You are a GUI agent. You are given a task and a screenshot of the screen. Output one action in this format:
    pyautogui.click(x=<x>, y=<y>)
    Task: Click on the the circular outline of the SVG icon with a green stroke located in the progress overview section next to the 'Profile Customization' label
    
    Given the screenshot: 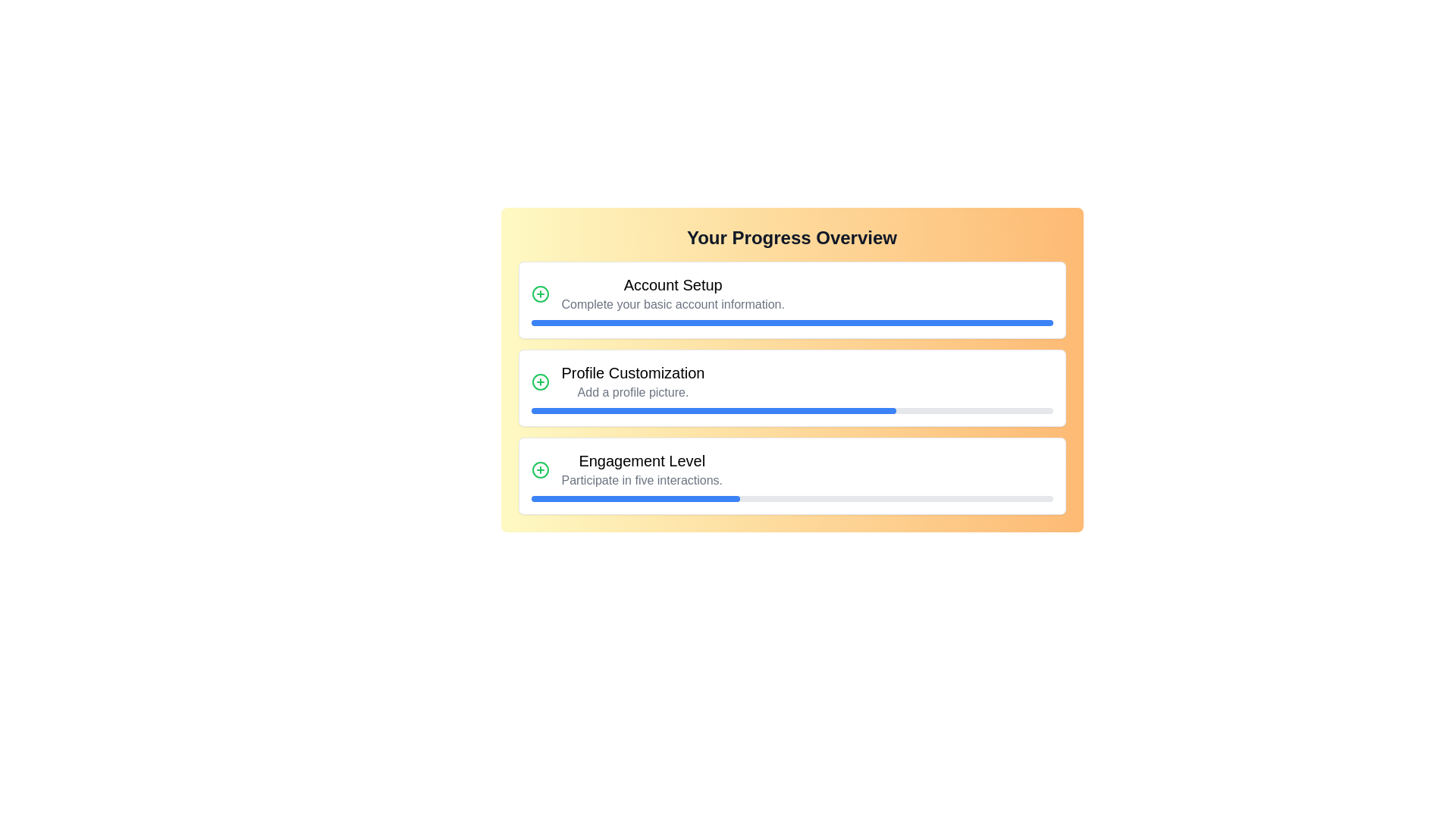 What is the action you would take?
    pyautogui.click(x=540, y=381)
    